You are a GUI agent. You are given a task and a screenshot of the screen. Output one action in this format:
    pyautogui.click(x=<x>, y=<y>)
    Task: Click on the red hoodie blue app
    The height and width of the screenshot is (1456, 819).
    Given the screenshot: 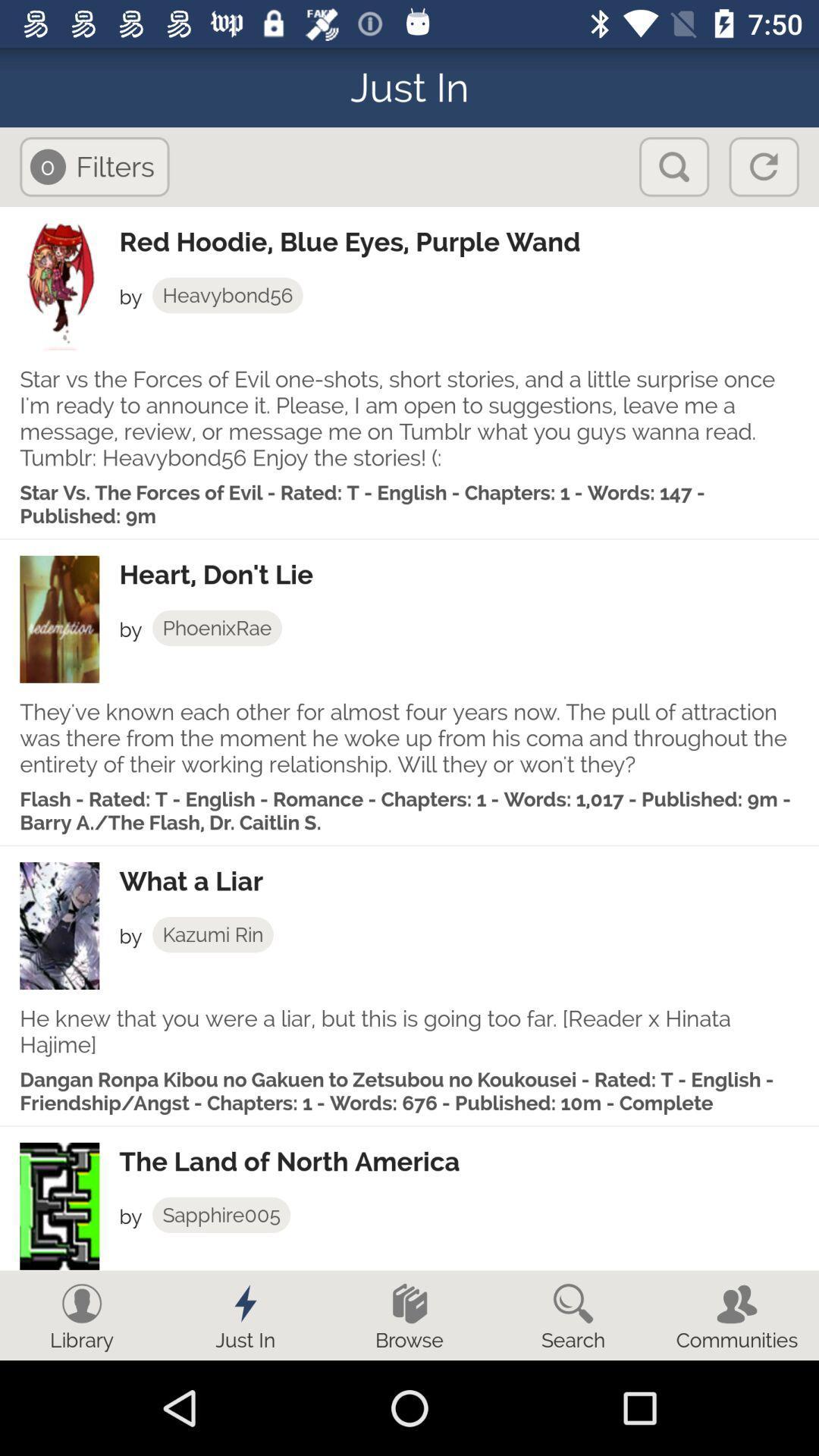 What is the action you would take?
    pyautogui.click(x=468, y=241)
    